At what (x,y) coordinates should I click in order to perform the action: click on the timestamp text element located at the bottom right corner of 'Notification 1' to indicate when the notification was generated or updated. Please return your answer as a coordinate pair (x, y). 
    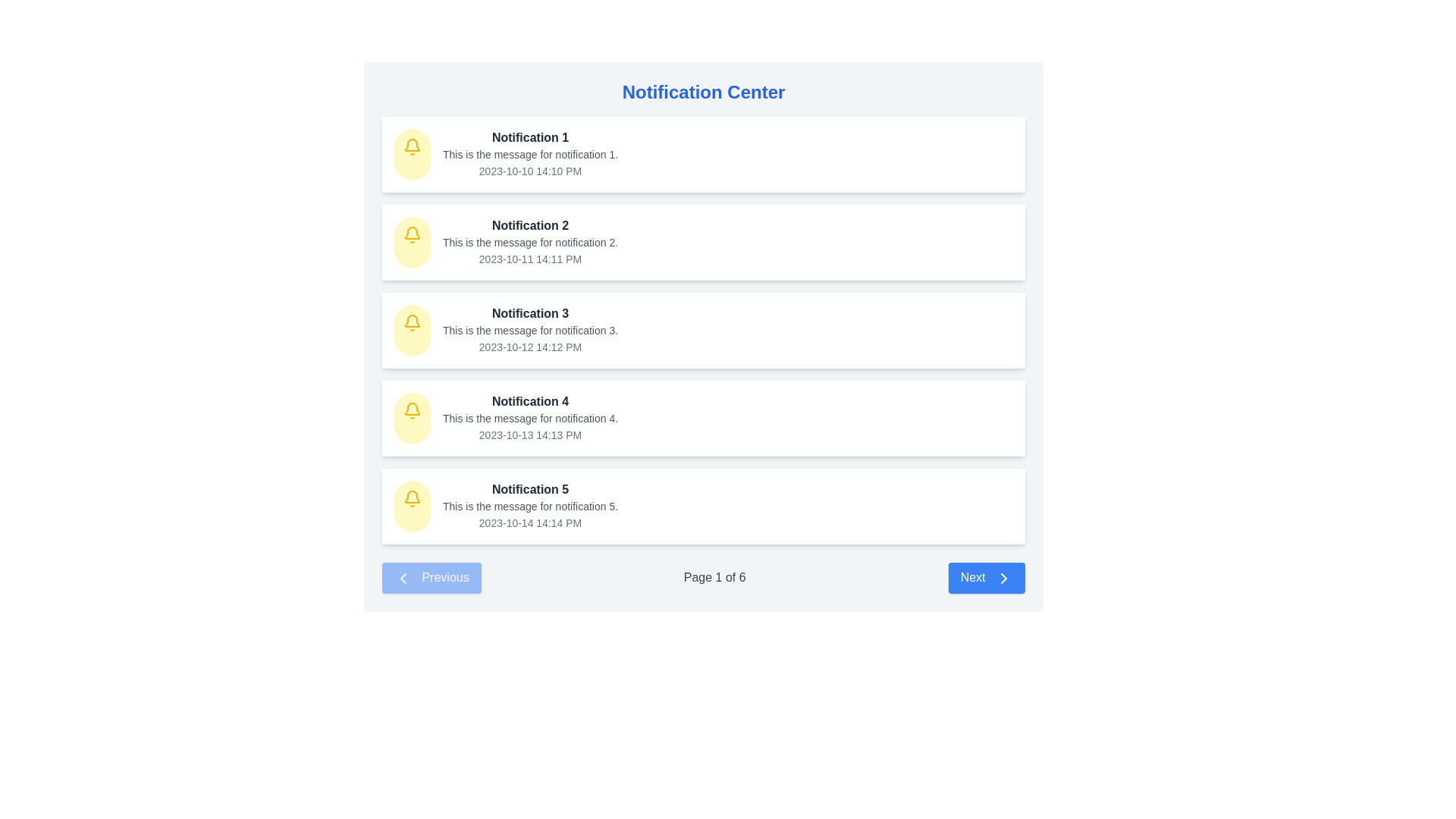
    Looking at the image, I should click on (530, 171).